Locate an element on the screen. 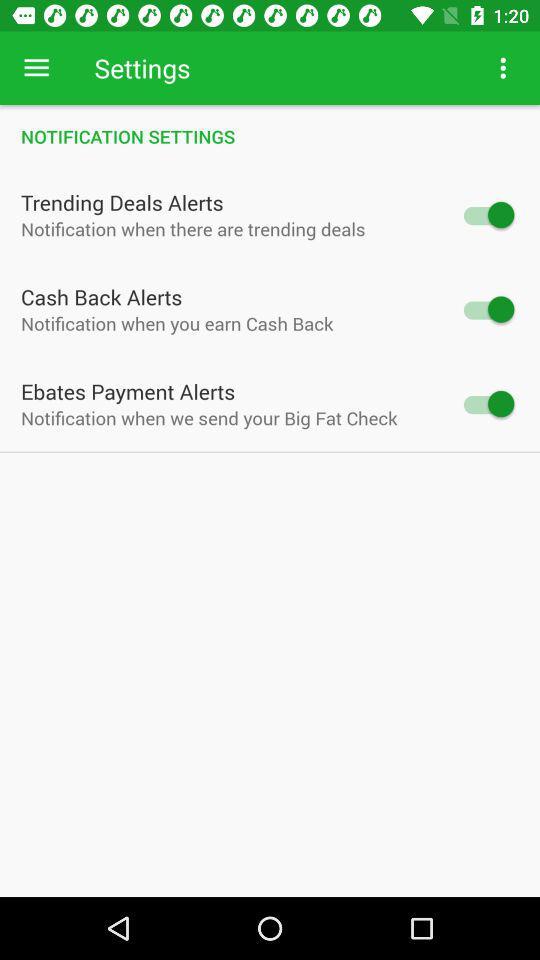  turn this setting off is located at coordinates (486, 215).